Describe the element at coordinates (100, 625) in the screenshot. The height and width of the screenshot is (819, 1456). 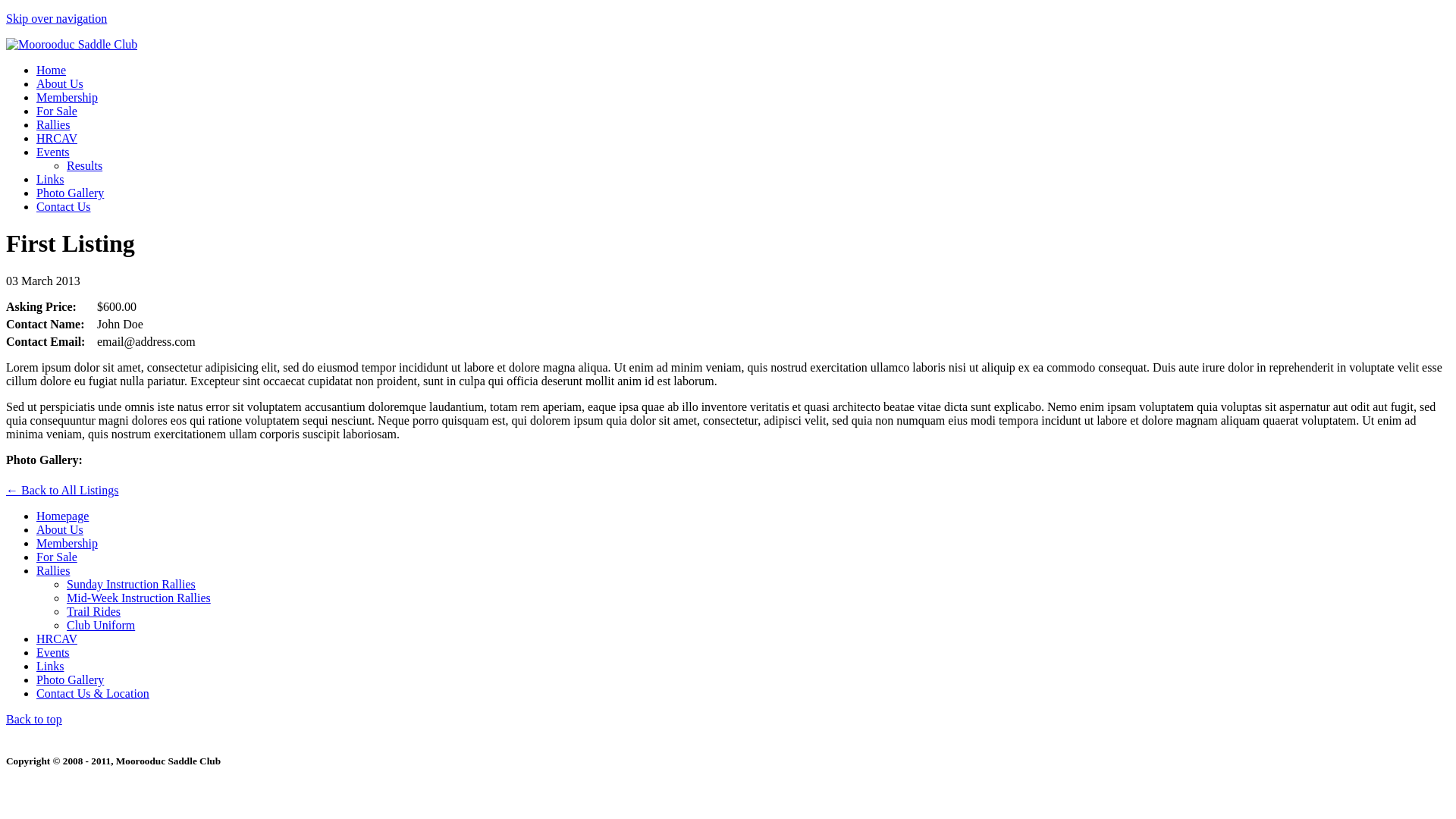
I see `'Club Uniform'` at that location.